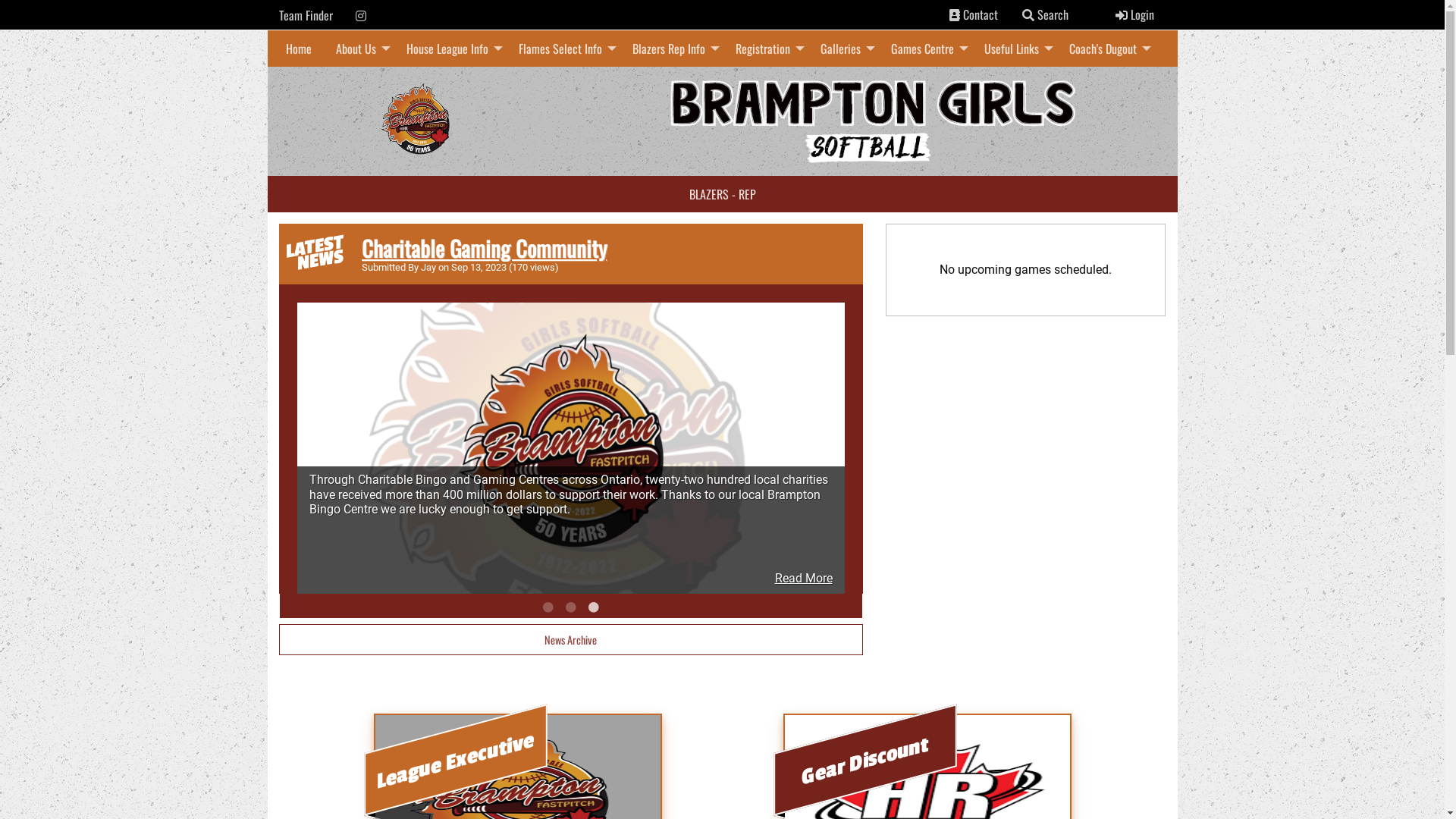 The width and height of the screenshot is (1456, 819). What do you see at coordinates (322, 48) in the screenshot?
I see `'About Us'` at bounding box center [322, 48].